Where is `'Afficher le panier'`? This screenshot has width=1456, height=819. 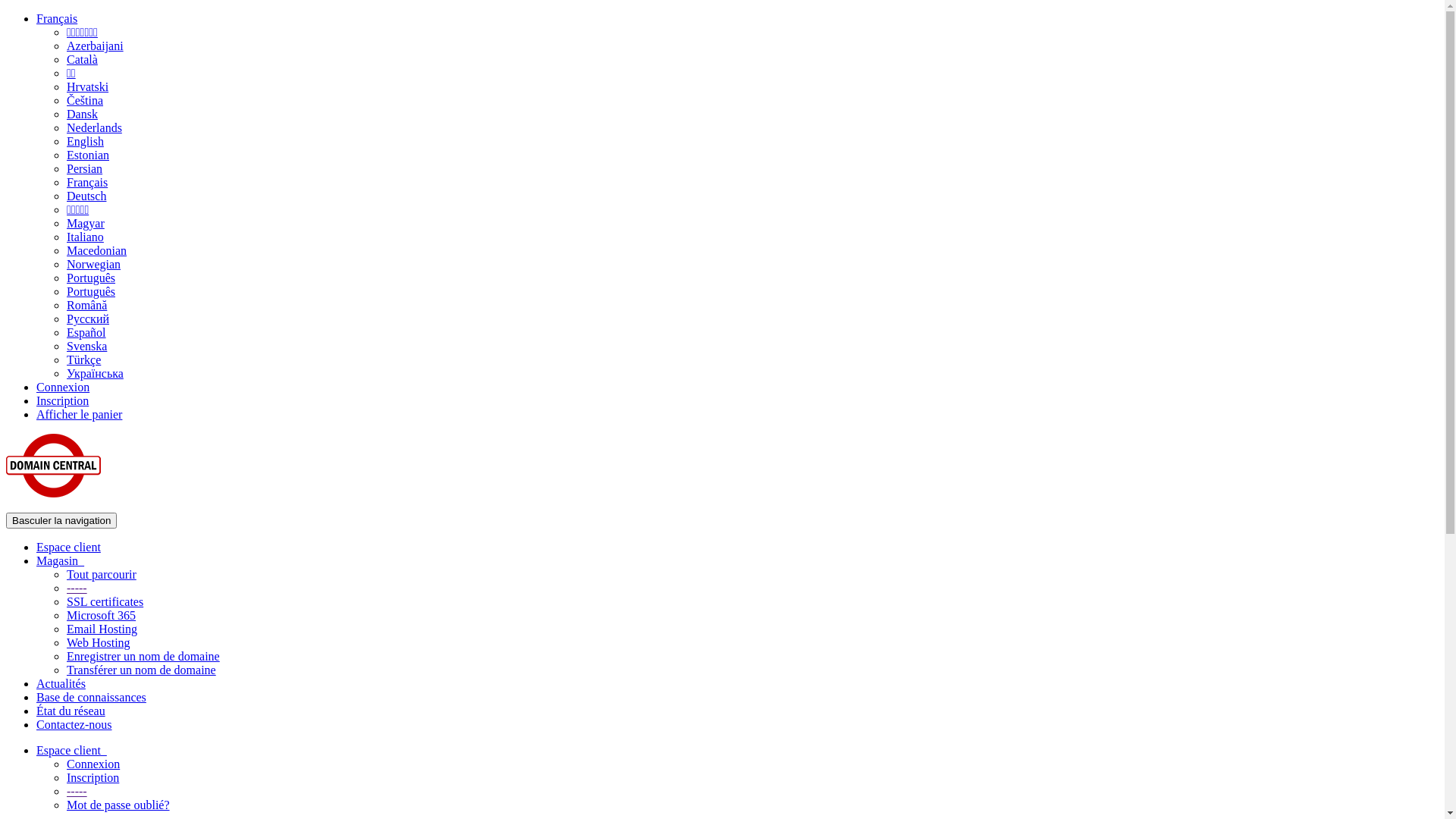
'Afficher le panier' is located at coordinates (36, 414).